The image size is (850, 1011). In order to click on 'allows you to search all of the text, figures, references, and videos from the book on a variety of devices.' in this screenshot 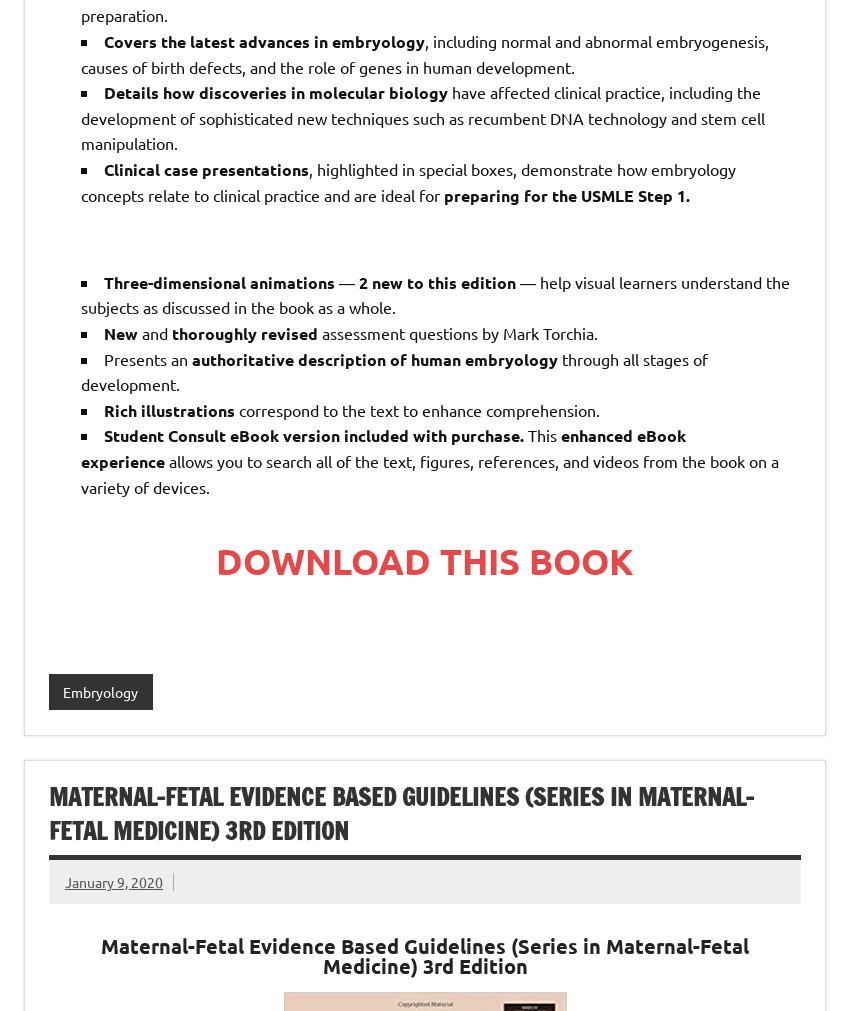, I will do `click(429, 472)`.